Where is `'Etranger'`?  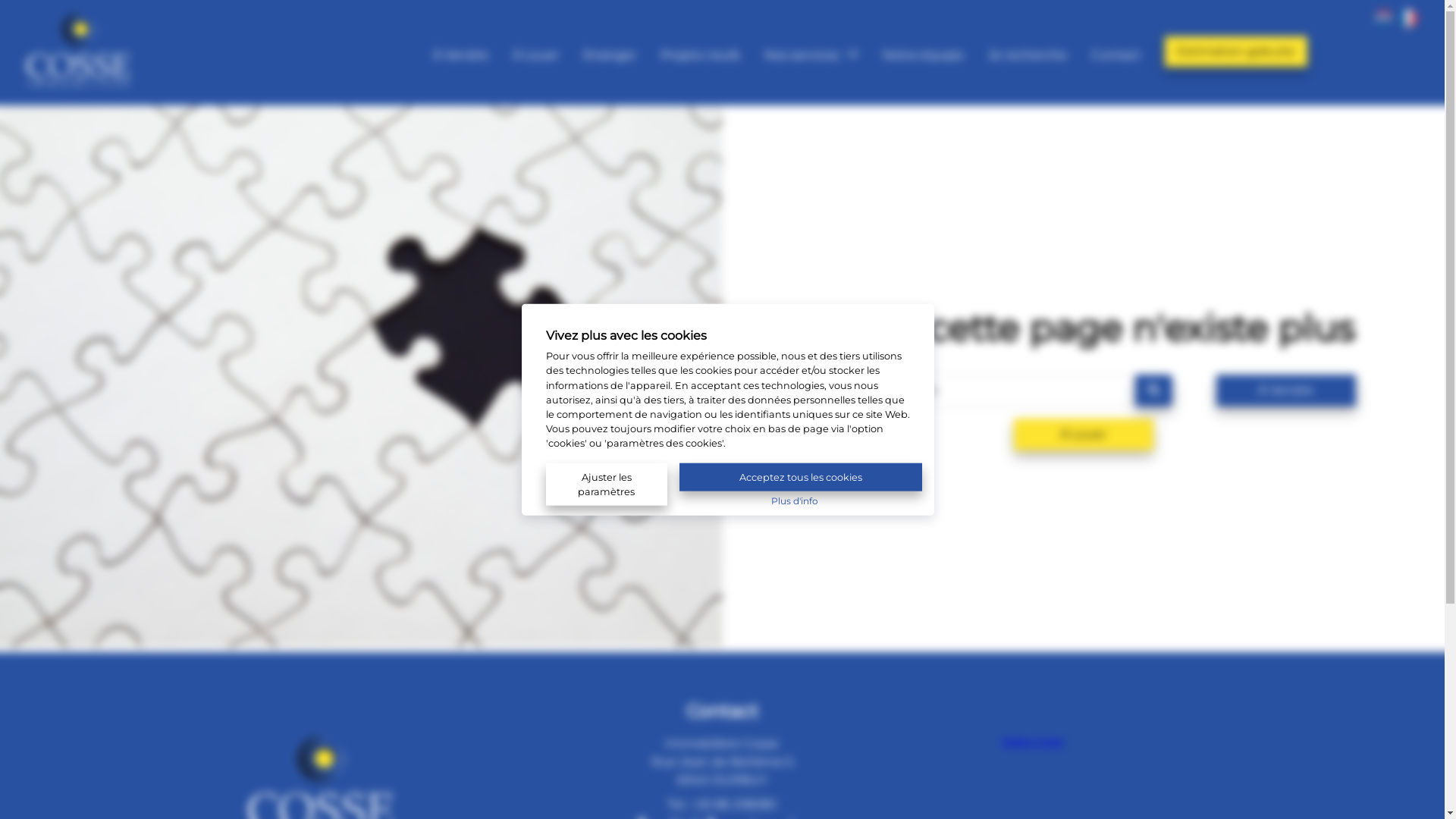 'Etranger' is located at coordinates (610, 51).